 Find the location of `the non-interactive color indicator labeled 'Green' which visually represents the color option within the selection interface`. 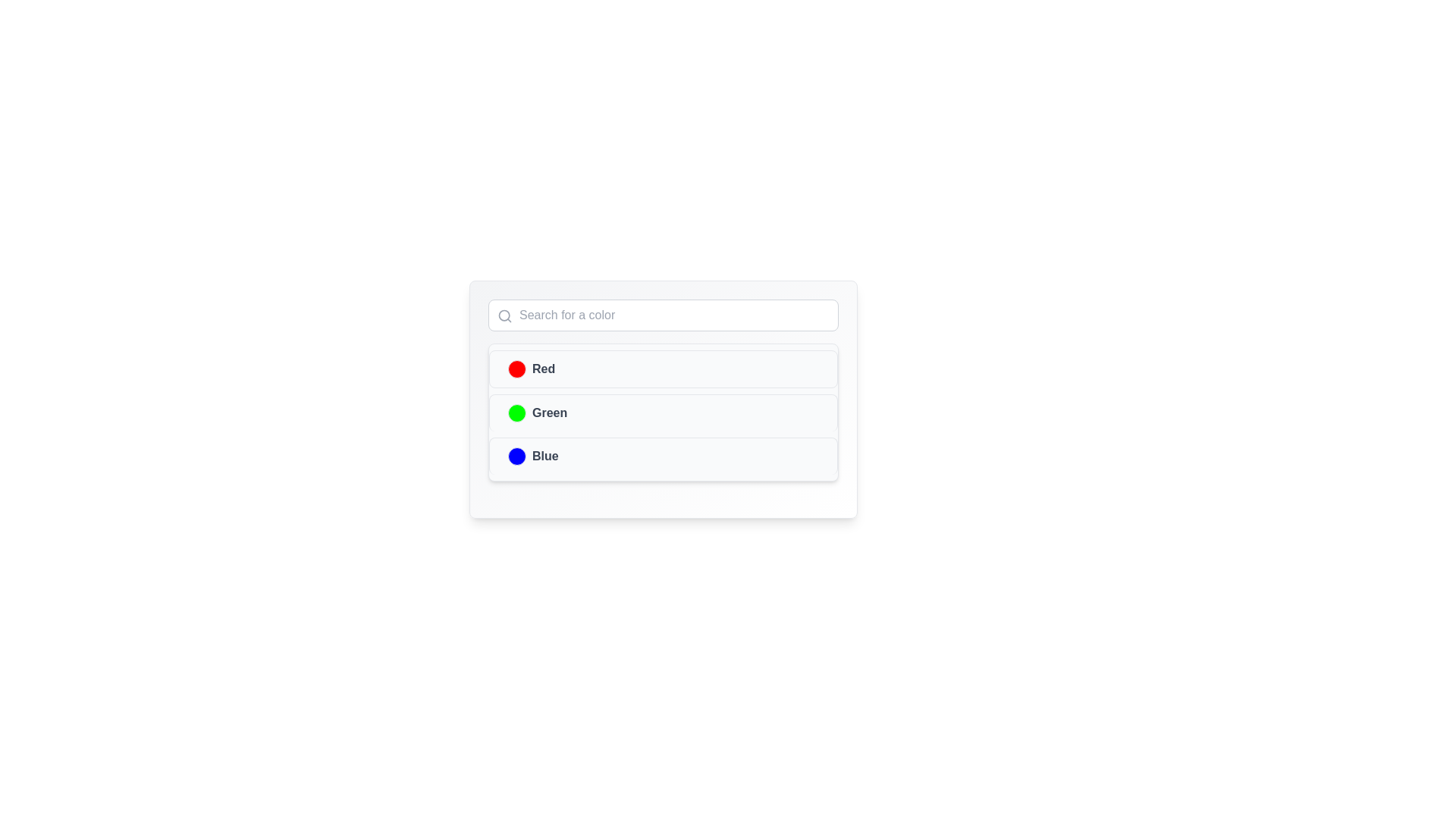

the non-interactive color indicator labeled 'Green' which visually represents the color option within the selection interface is located at coordinates (538, 413).